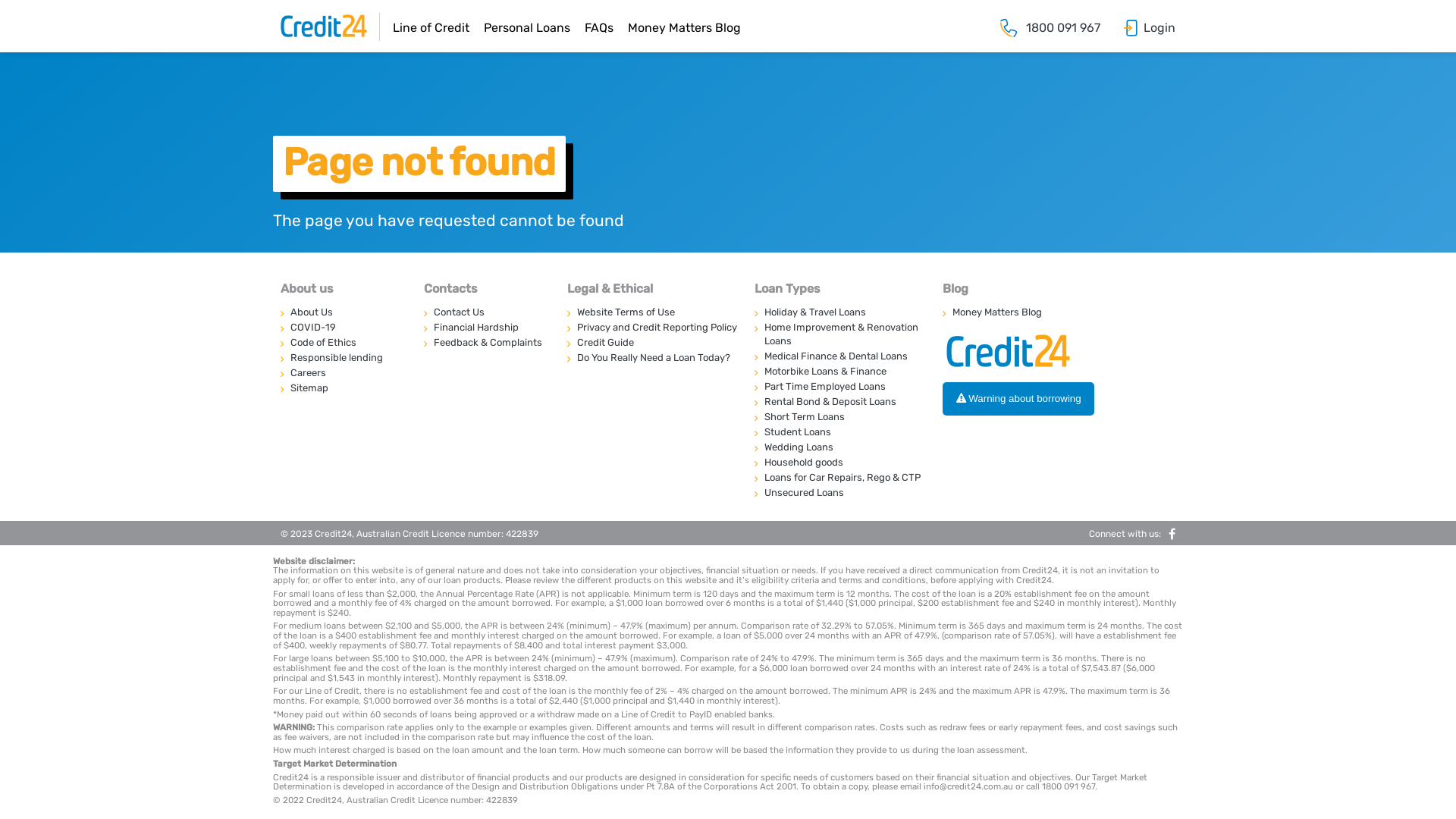 The height and width of the screenshot is (819, 1456). What do you see at coordinates (839, 385) in the screenshot?
I see `'Part Time Employed Loans'` at bounding box center [839, 385].